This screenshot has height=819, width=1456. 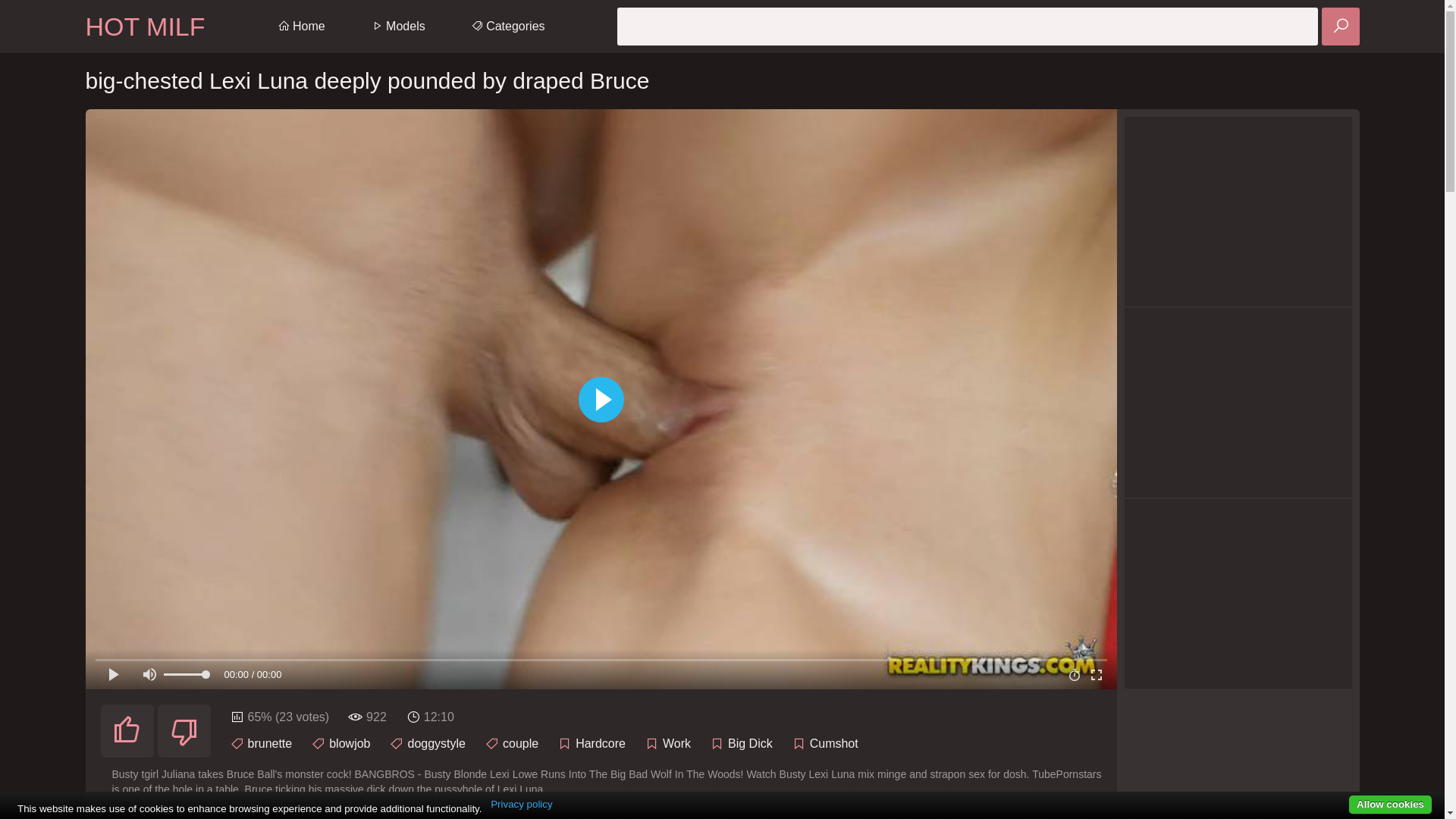 I want to click on 'Work', so click(x=676, y=742).